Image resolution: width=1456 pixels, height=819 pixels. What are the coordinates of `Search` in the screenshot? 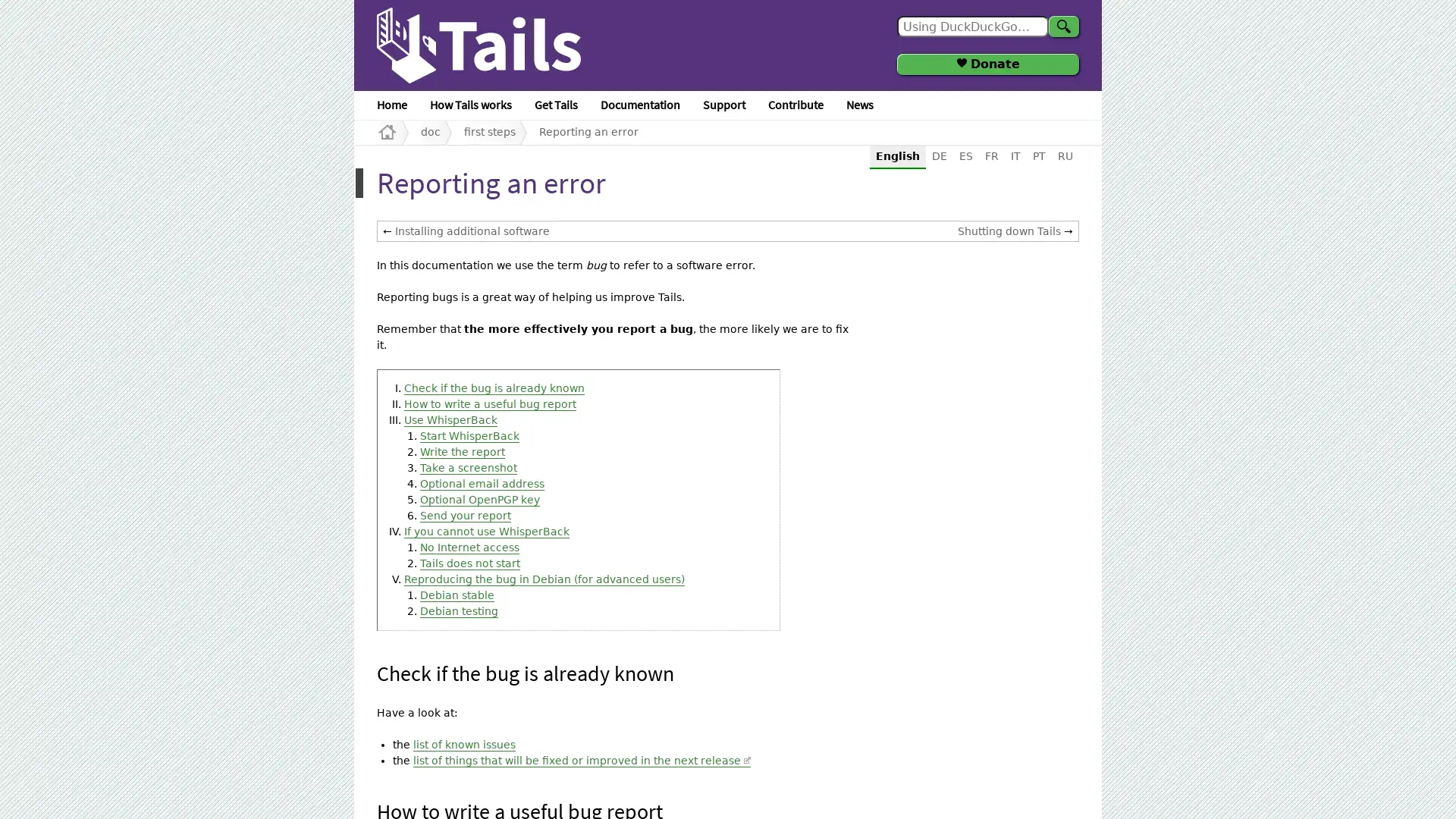 It's located at (1062, 26).